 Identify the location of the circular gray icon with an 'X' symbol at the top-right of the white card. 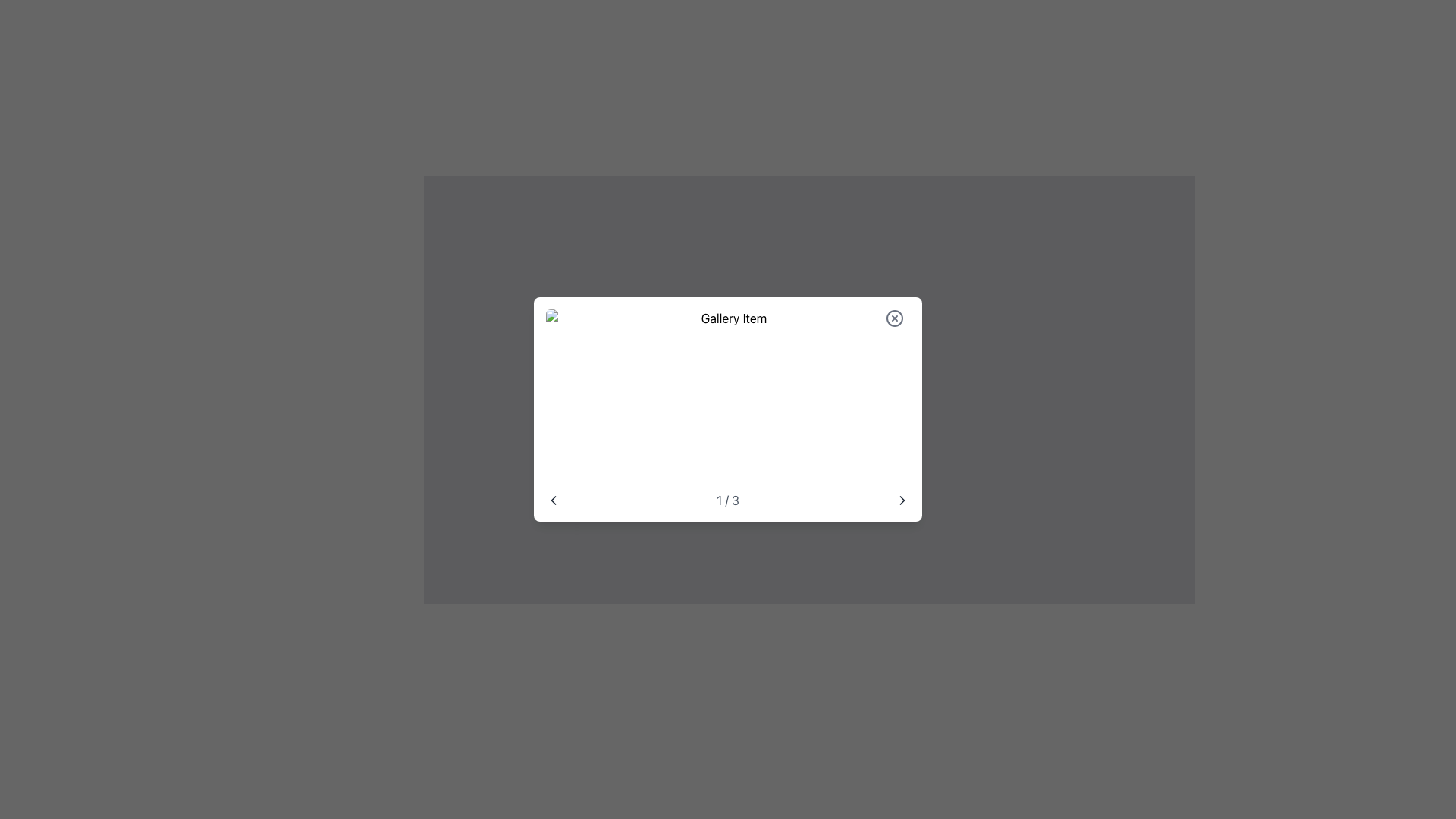
(895, 318).